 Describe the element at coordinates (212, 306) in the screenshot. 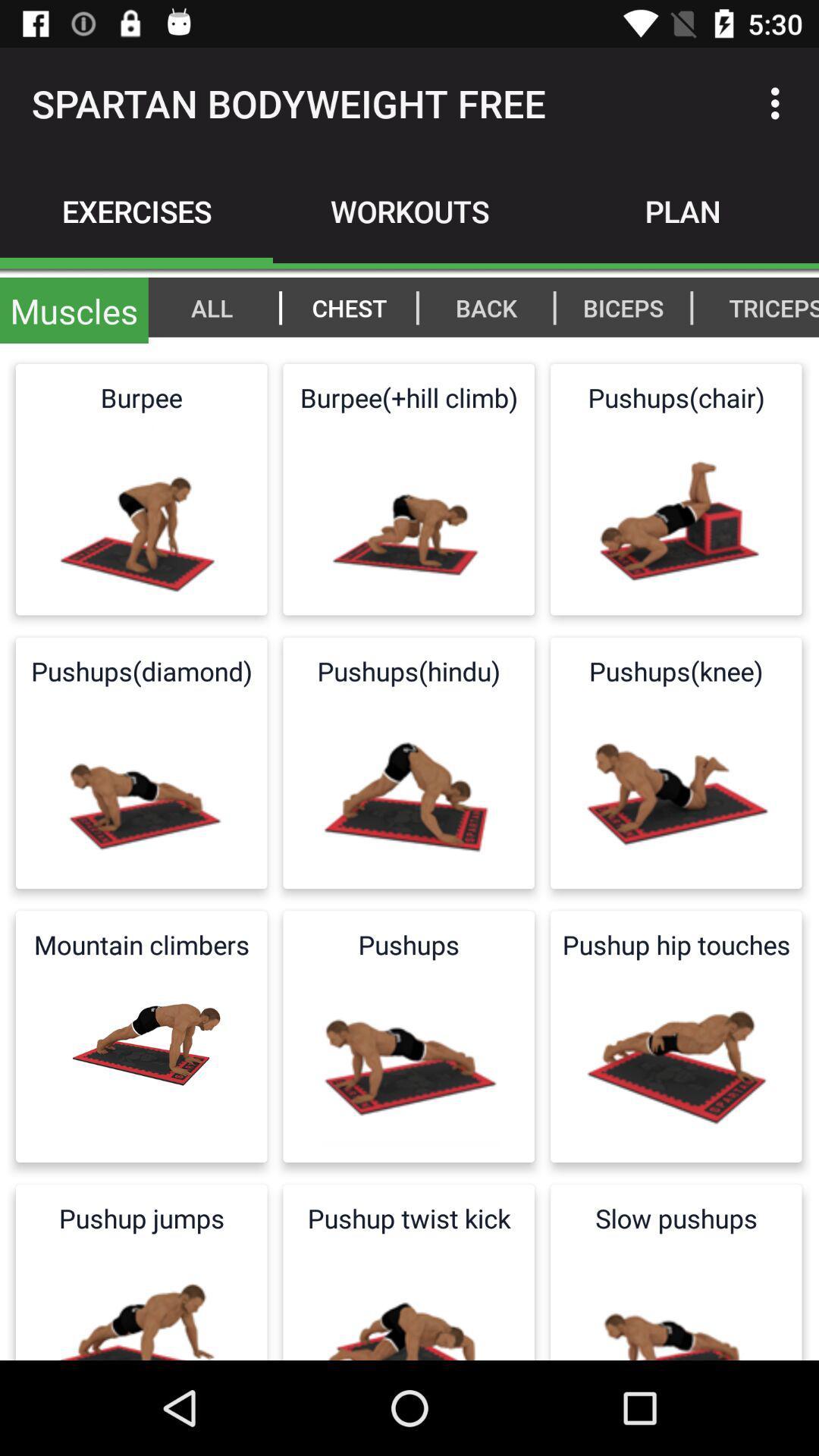

I see `item next to |` at that location.